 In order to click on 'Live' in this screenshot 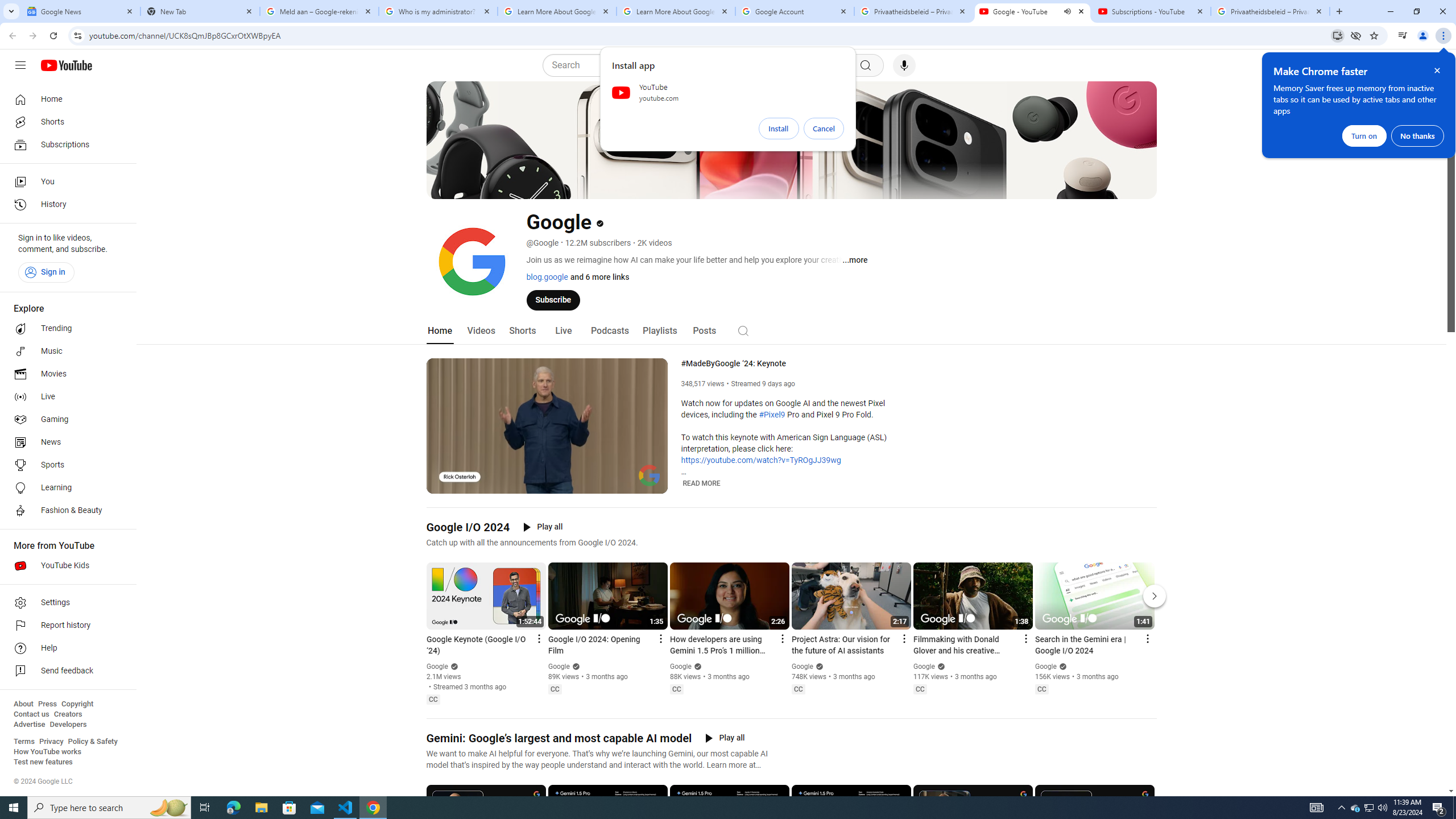, I will do `click(562, 330)`.